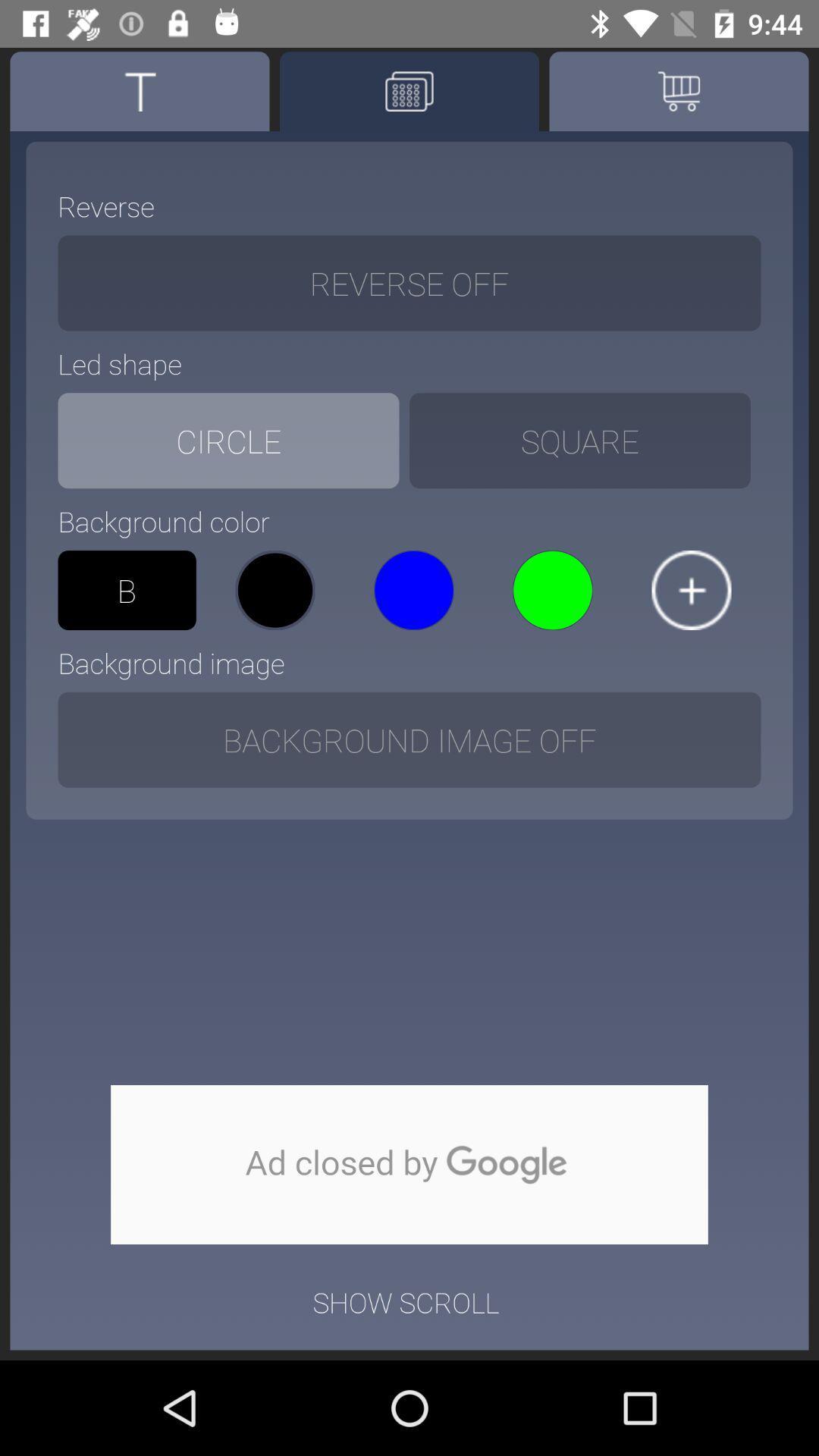 The height and width of the screenshot is (1456, 819). I want to click on show the advertisement, so click(409, 1164).